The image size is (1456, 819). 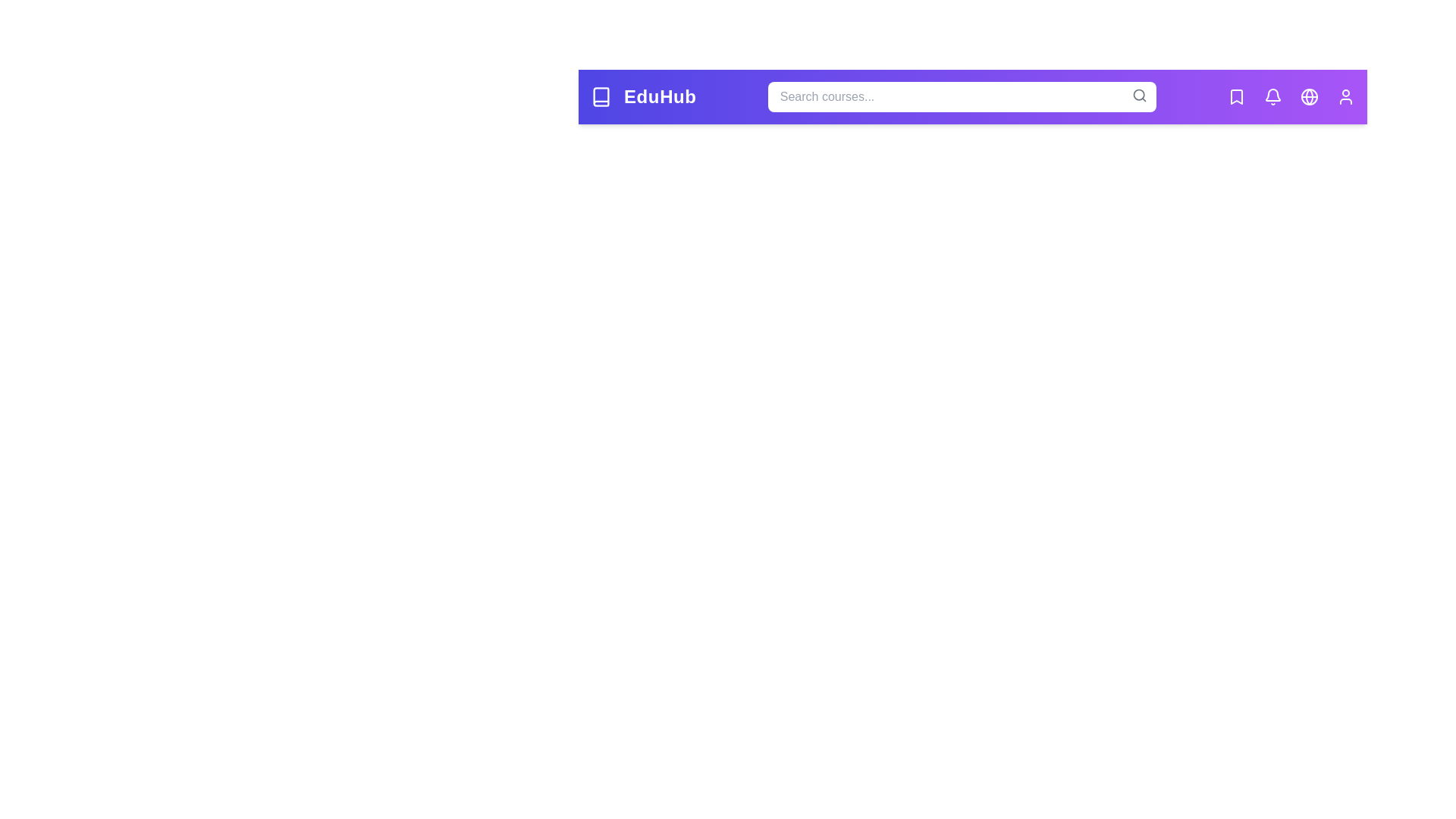 I want to click on the 'Languages' icon to open the language selection menu, so click(x=1309, y=96).